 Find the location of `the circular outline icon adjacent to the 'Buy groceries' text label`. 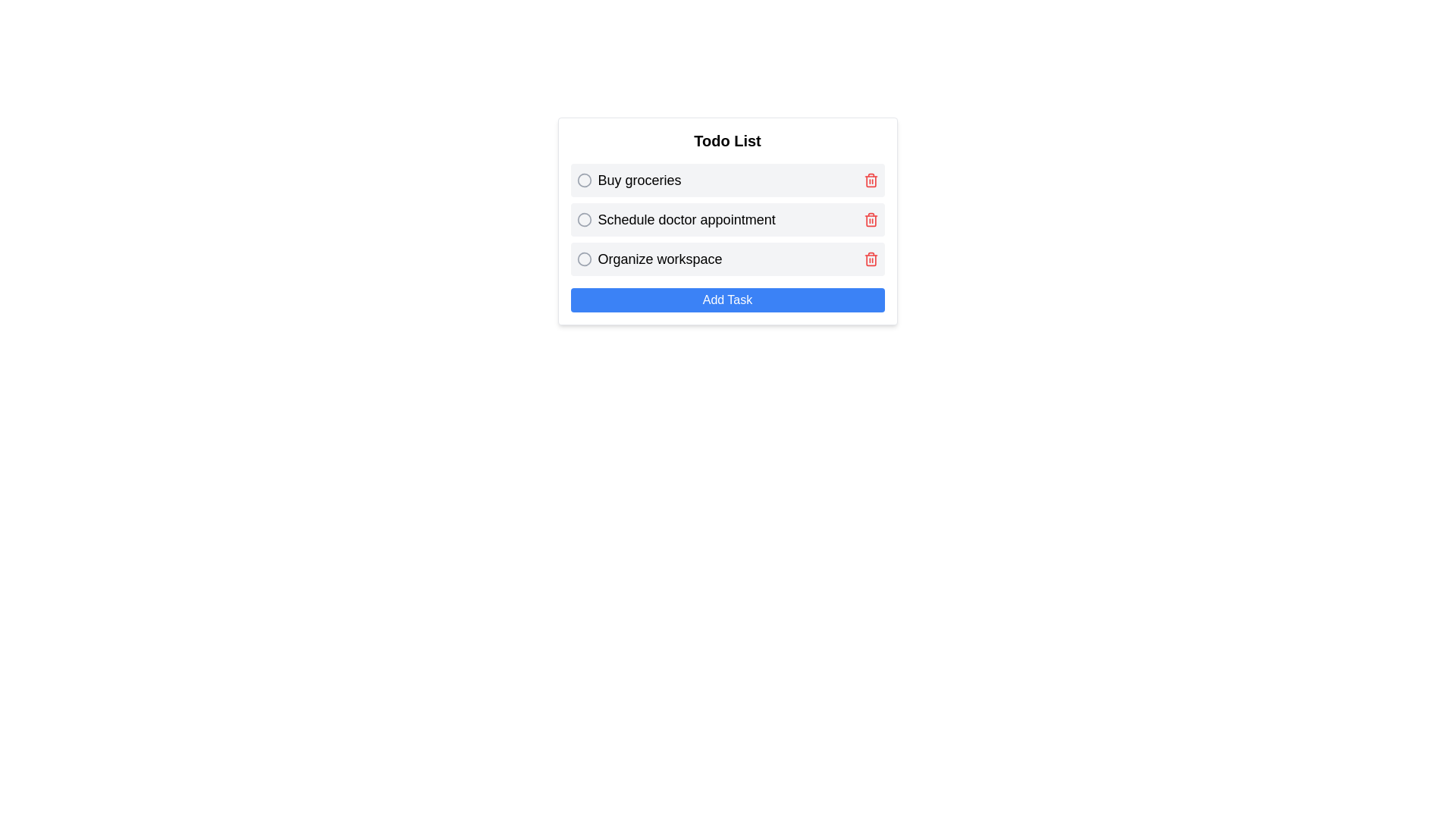

the circular outline icon adjacent to the 'Buy groceries' text label is located at coordinates (583, 180).